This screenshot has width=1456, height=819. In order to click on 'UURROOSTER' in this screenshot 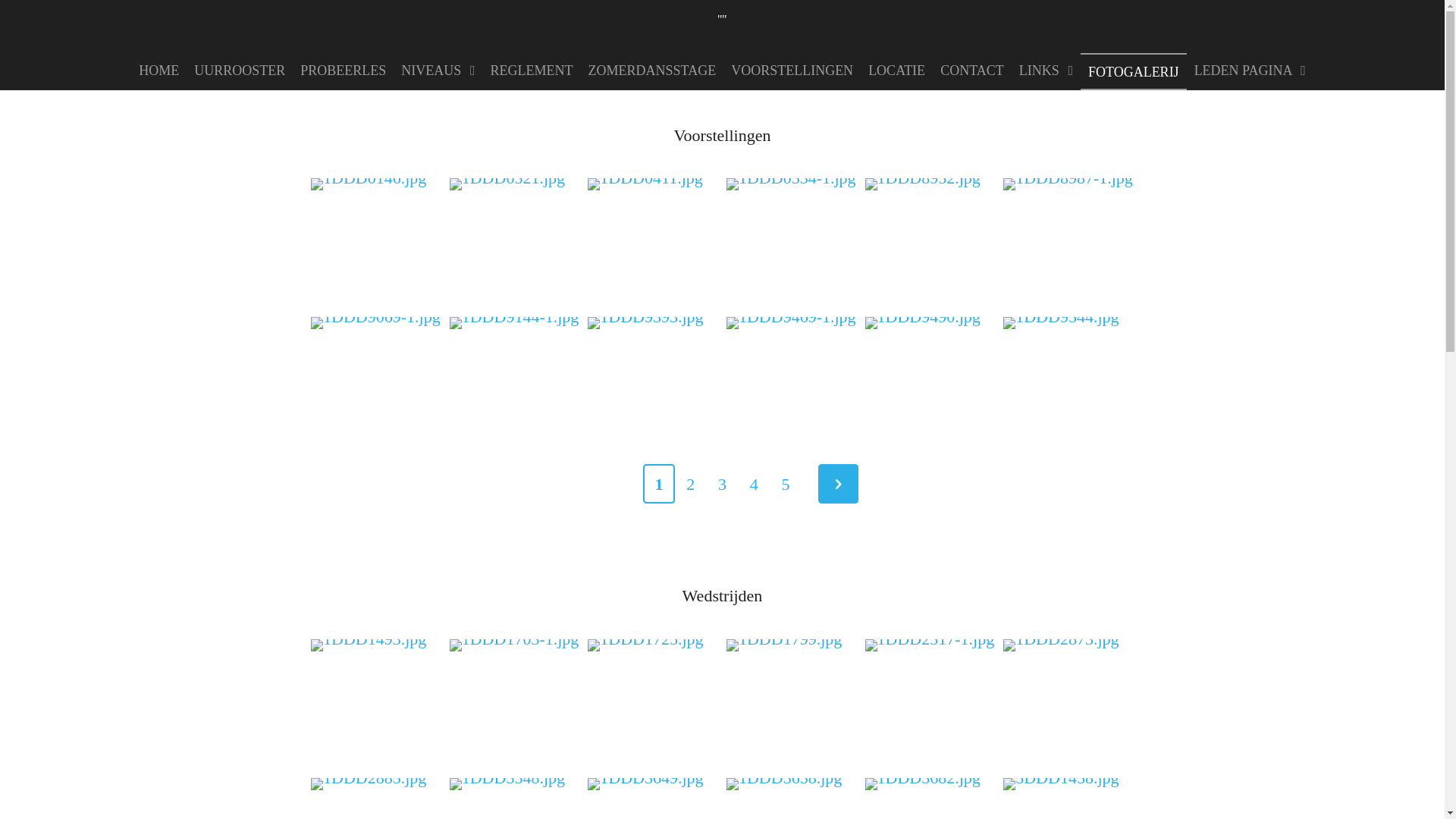, I will do `click(239, 70)`.